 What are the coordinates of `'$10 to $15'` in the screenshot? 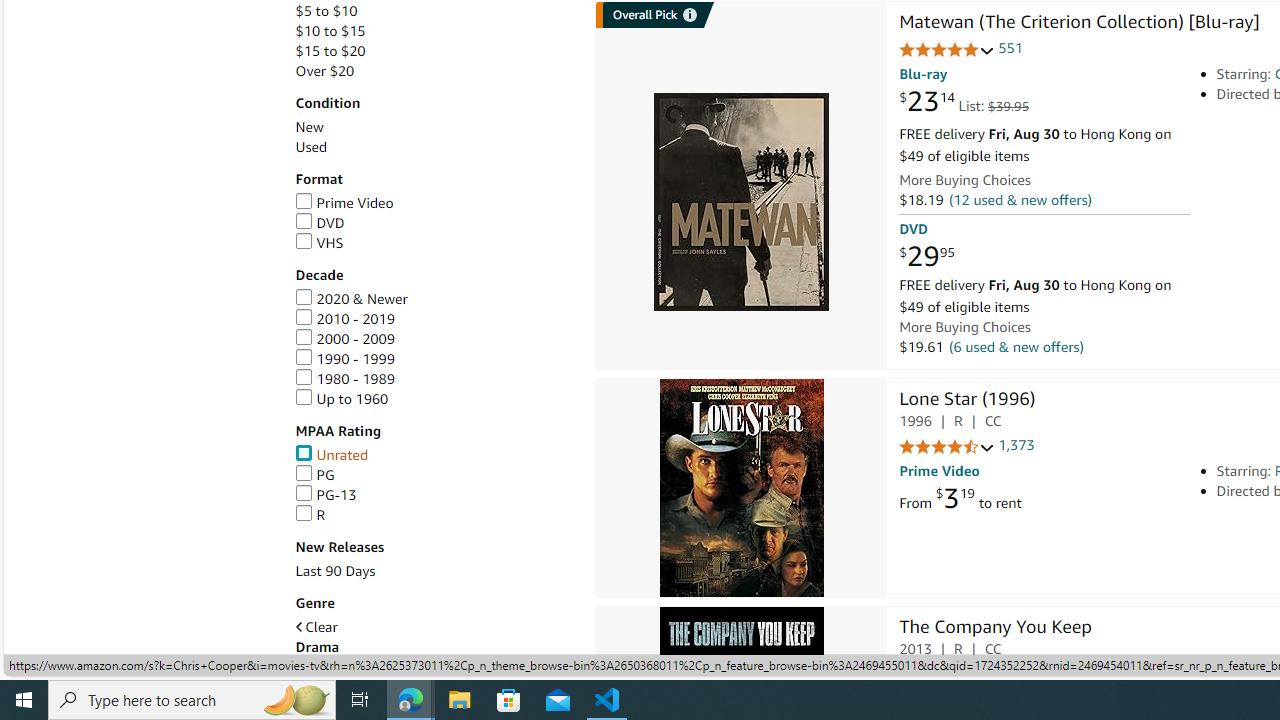 It's located at (433, 31).